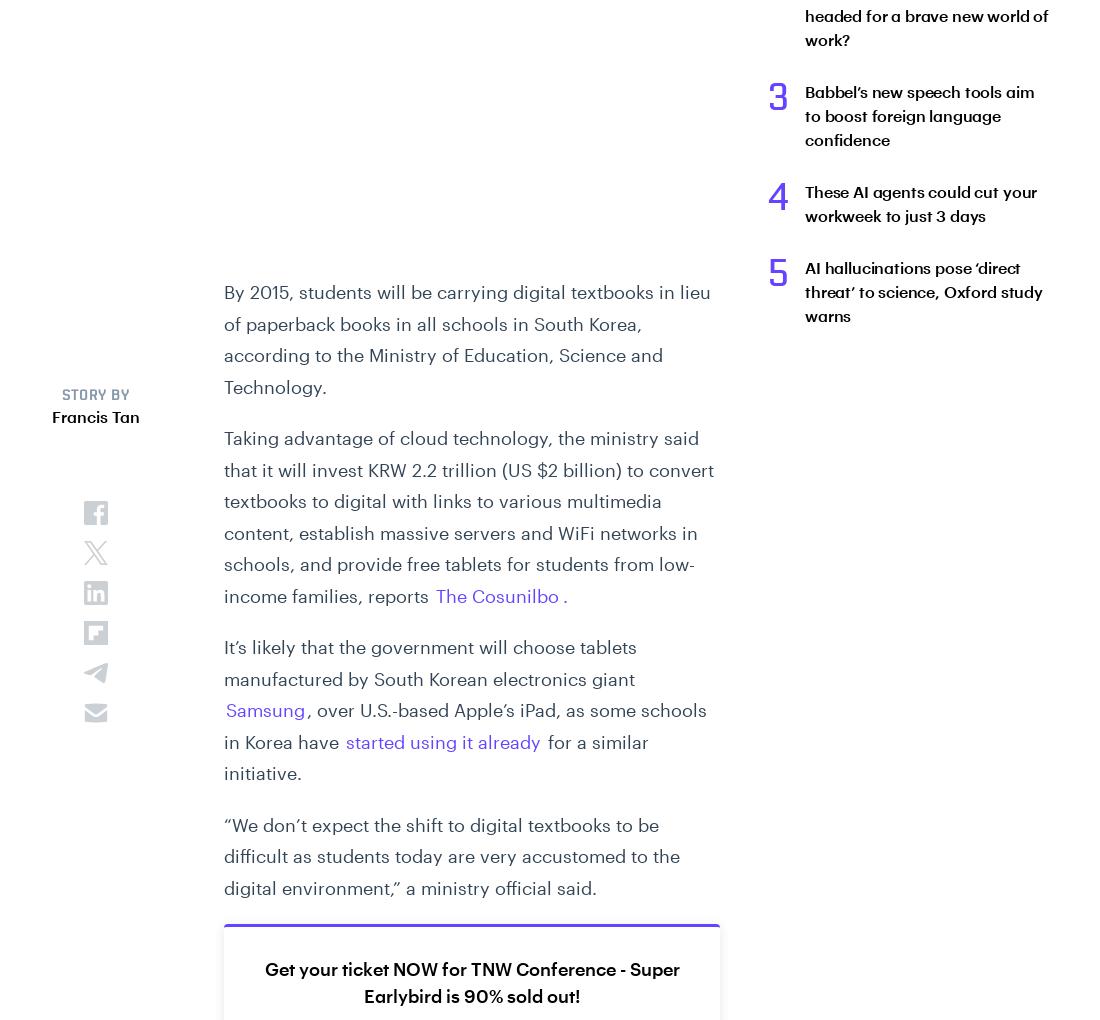 The width and height of the screenshot is (1100, 1020). Describe the element at coordinates (265, 709) in the screenshot. I see `'Samsung'` at that location.